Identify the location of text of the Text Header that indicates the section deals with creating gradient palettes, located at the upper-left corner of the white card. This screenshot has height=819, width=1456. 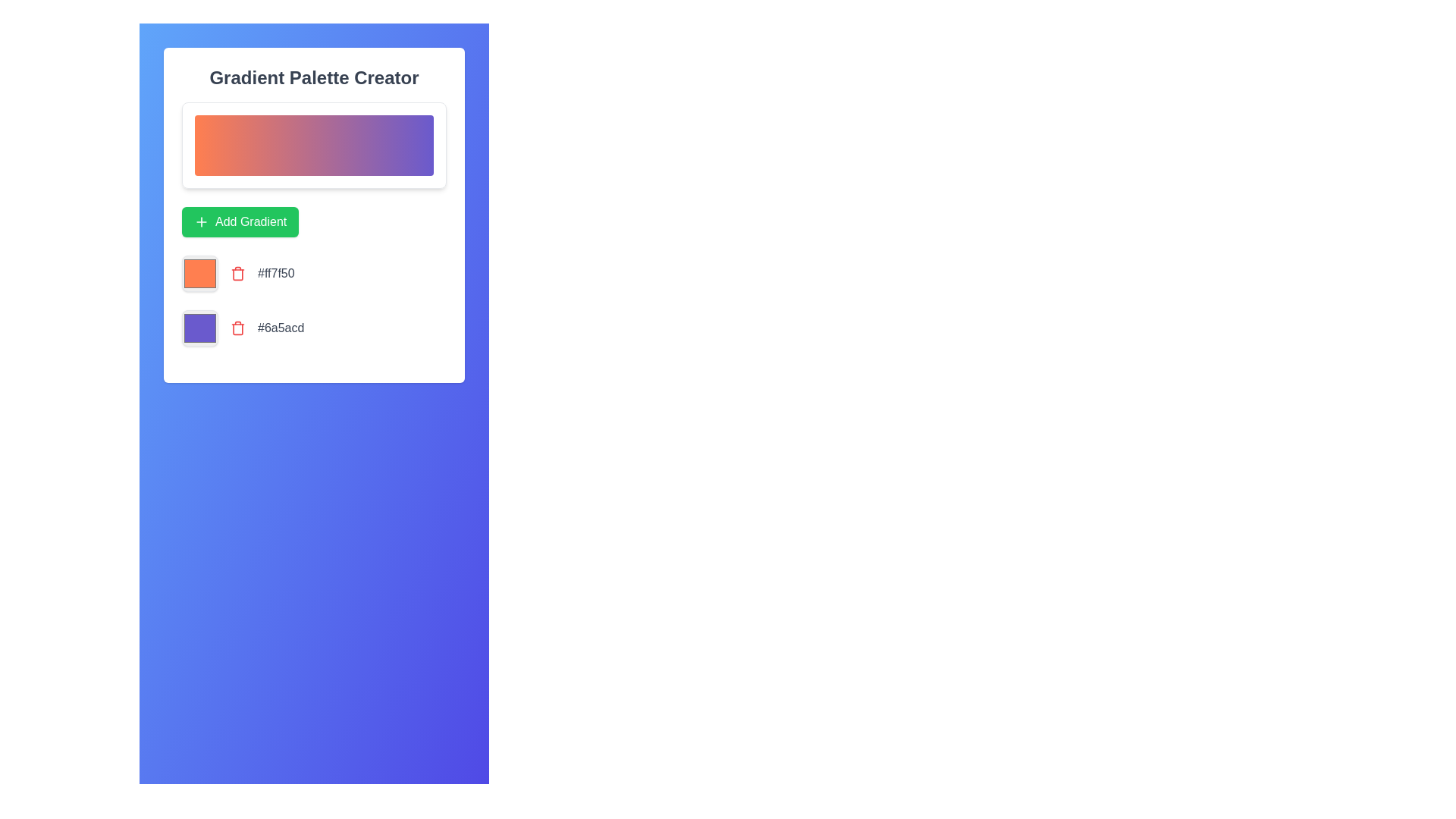
(313, 78).